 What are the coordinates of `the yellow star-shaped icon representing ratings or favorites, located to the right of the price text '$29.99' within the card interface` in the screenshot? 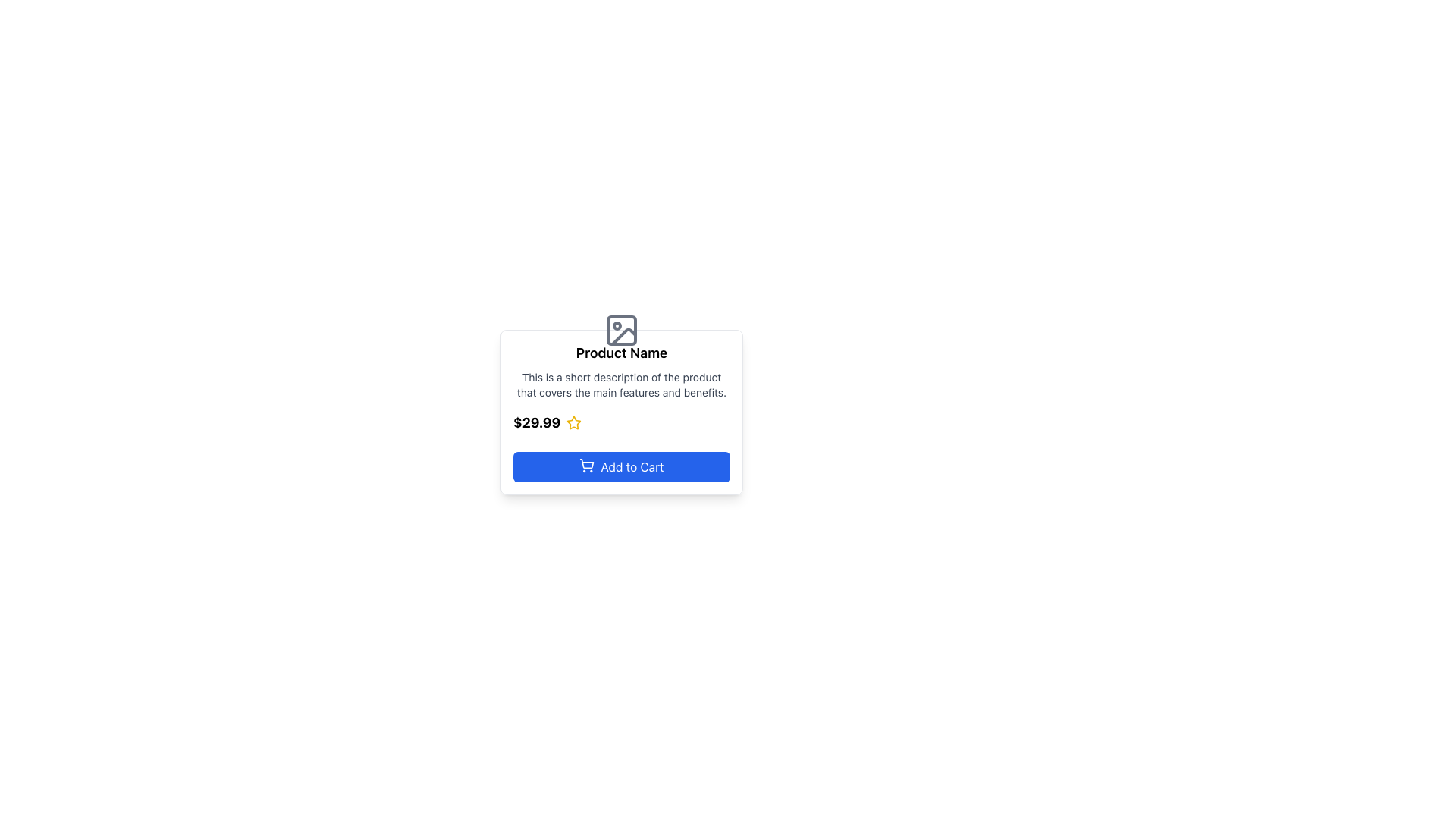 It's located at (573, 423).